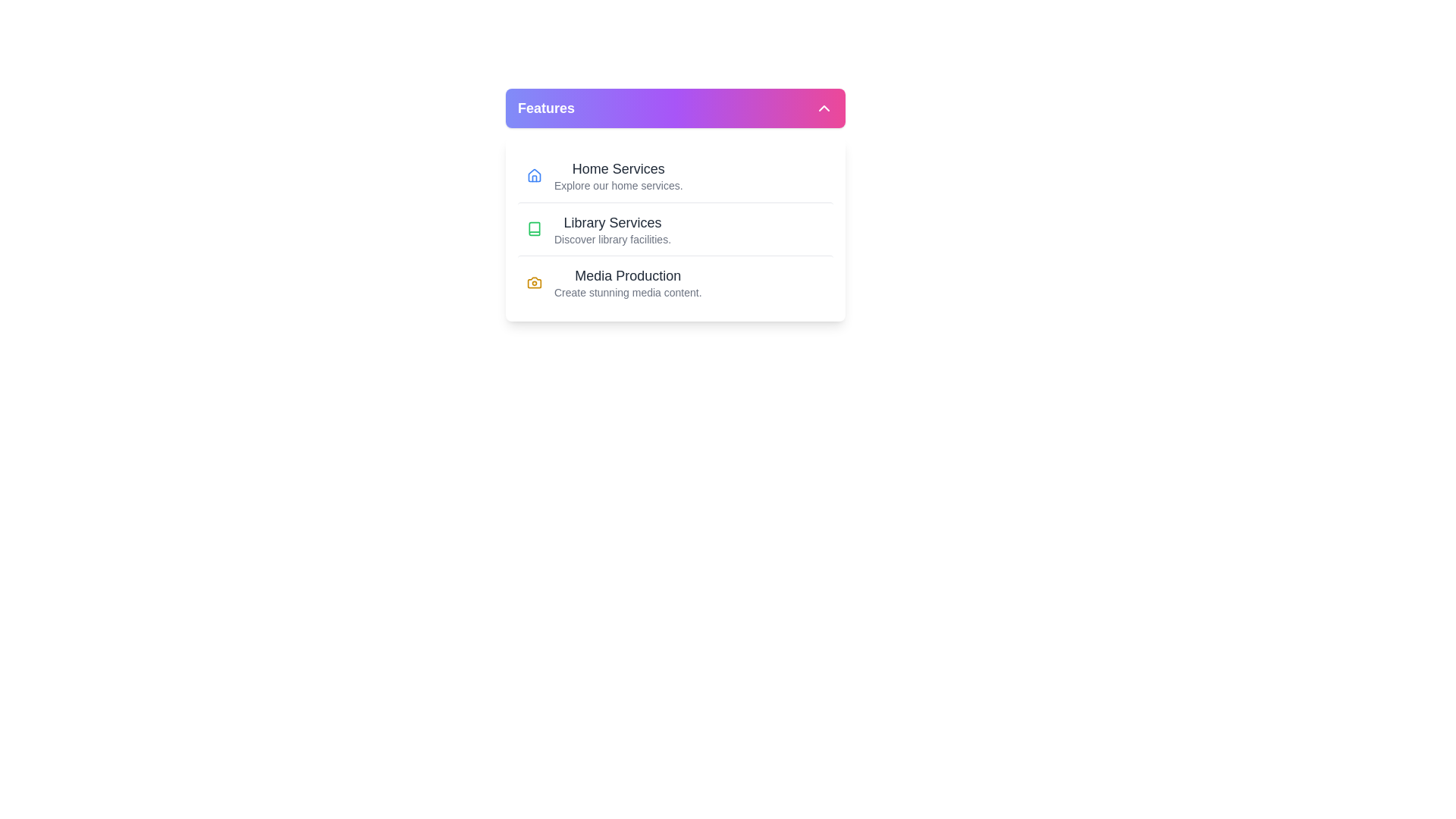  I want to click on the 'Library Services' icon, which is the leading icon in the vertical list of services positioned to the leftmost edge between 'Home Services' and 'Media Production', so click(535, 228).